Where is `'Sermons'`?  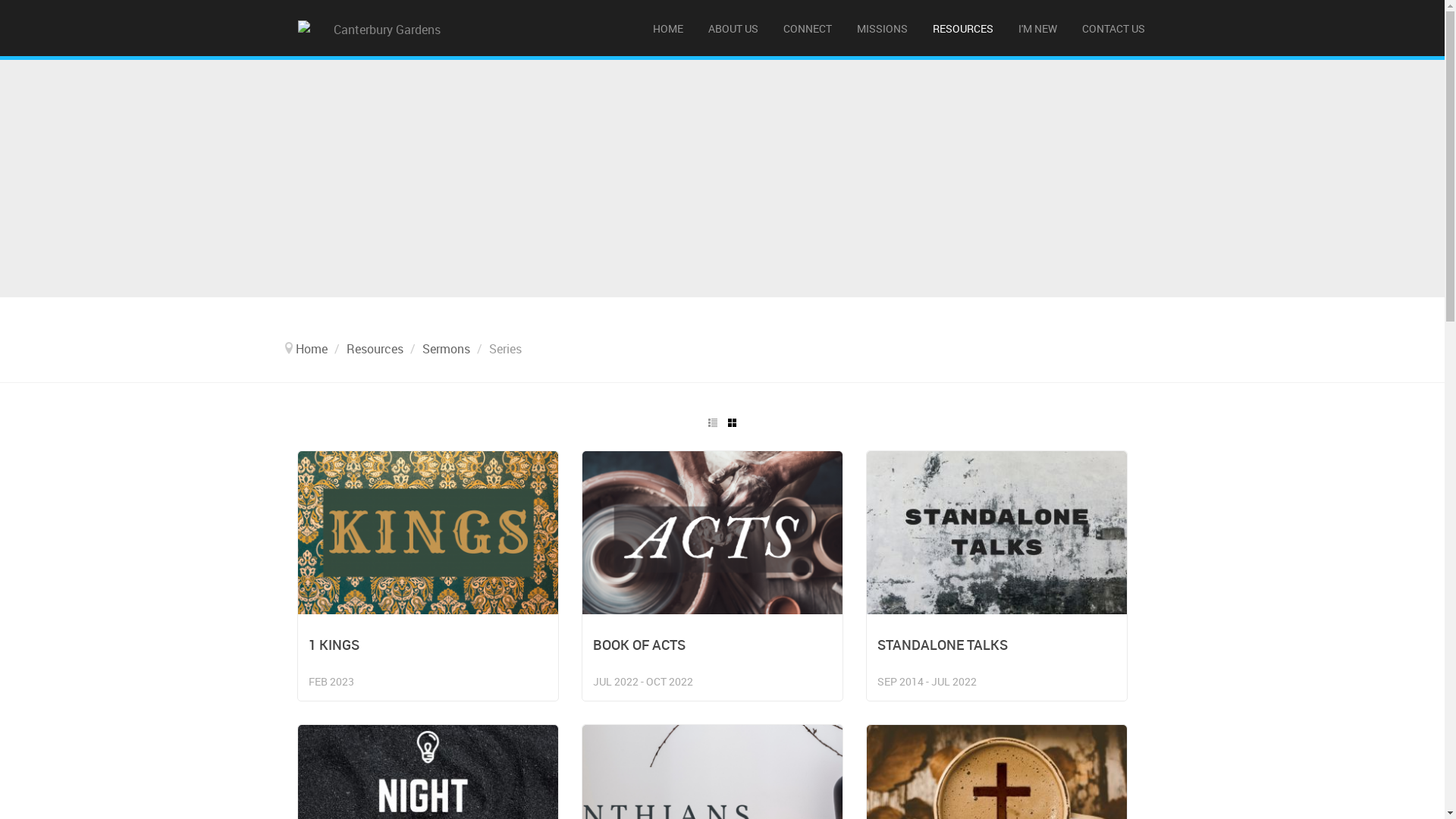
'Sermons' is located at coordinates (444, 348).